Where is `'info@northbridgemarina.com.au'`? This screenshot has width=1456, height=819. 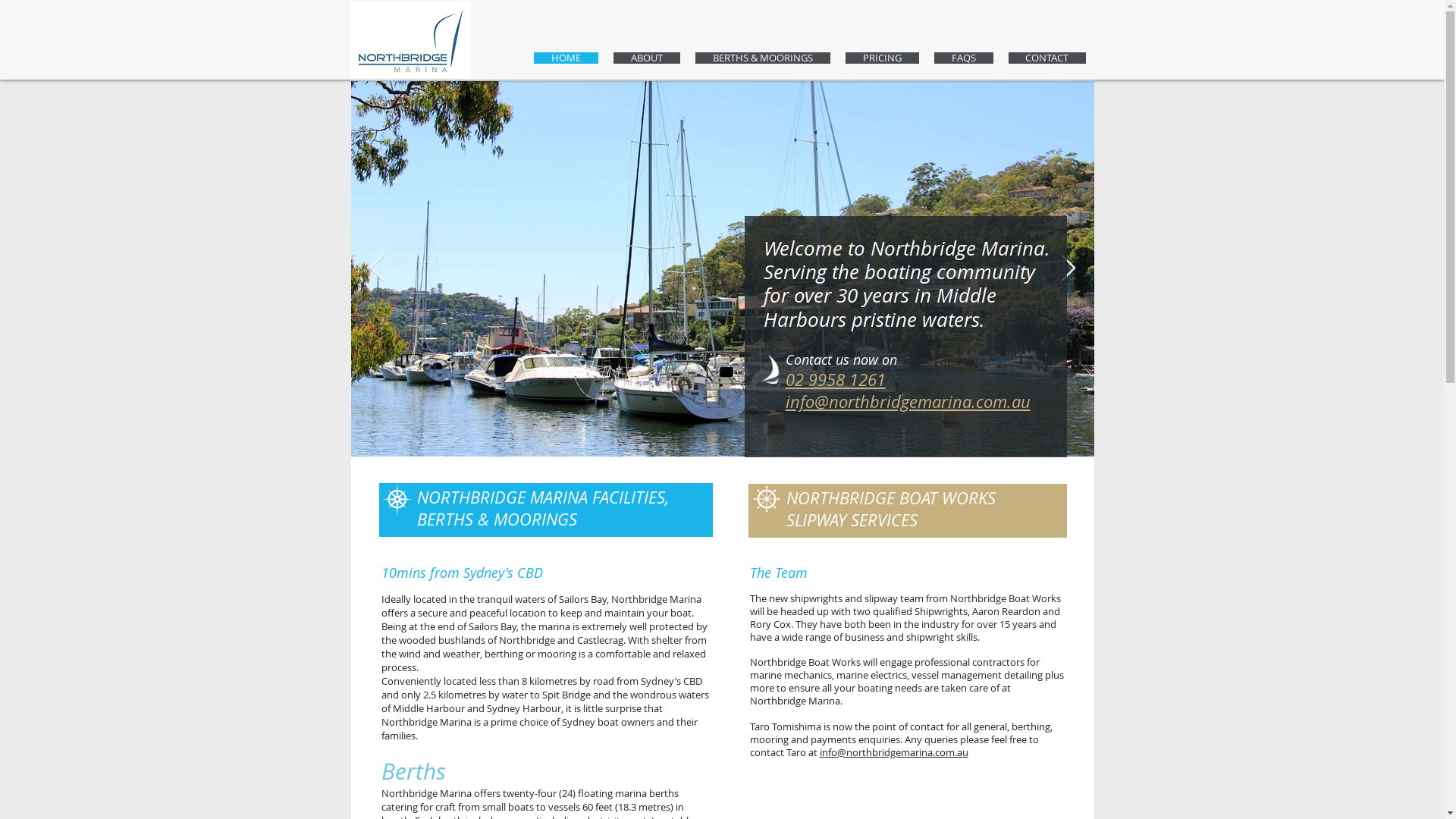
'info@northbridgemarina.com.au' is located at coordinates (908, 400).